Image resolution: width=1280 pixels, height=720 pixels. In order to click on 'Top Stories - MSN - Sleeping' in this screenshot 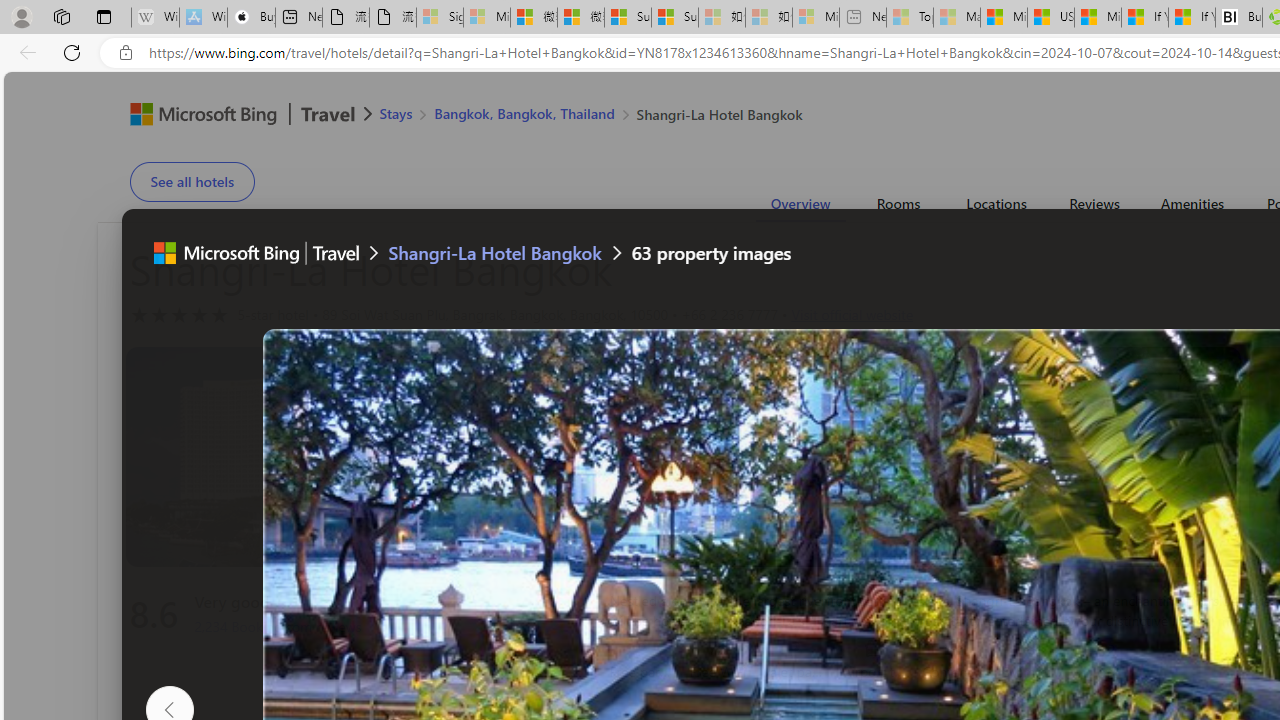, I will do `click(909, 17)`.